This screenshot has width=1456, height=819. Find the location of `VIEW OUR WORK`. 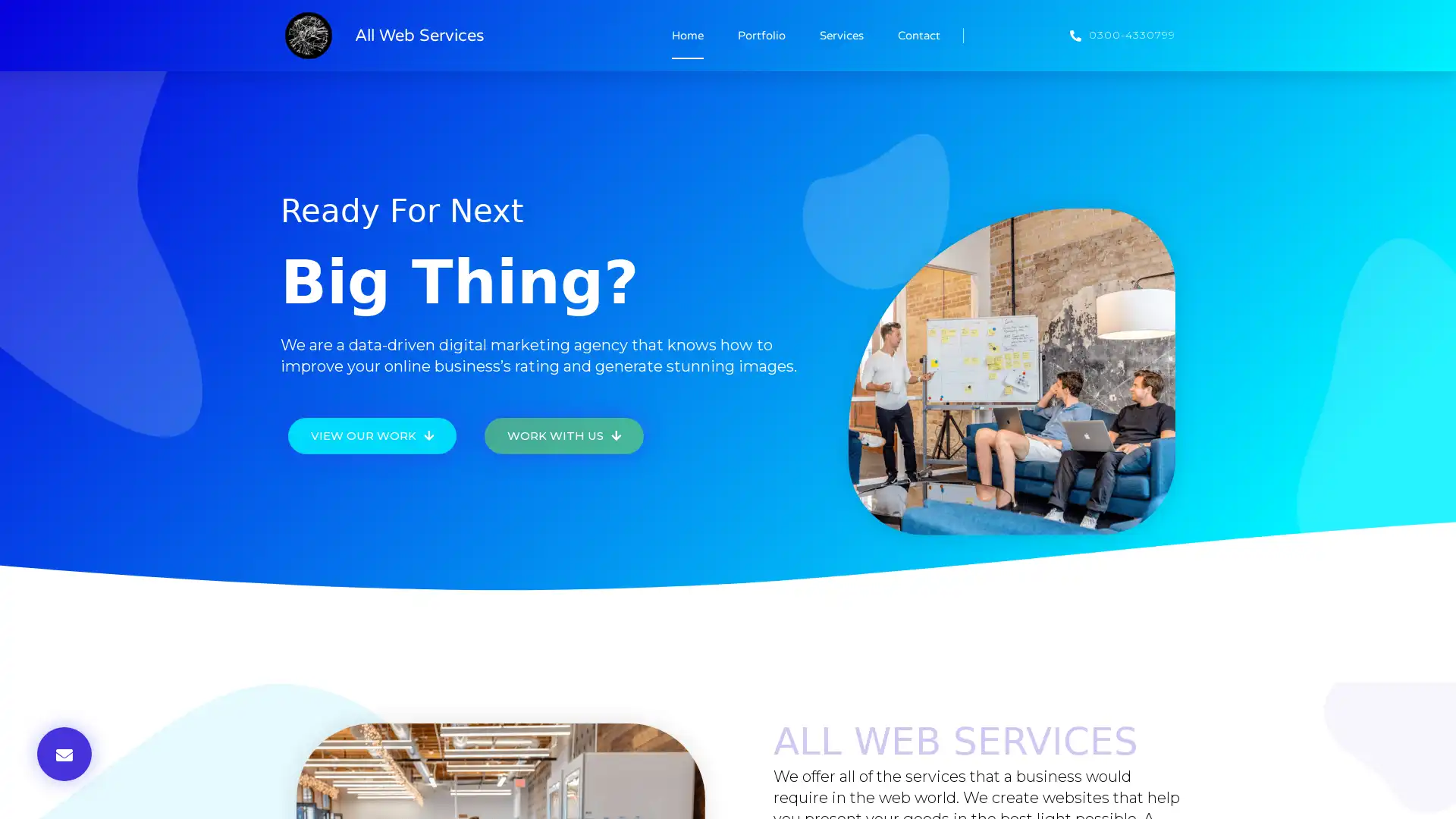

VIEW OUR WORK is located at coordinates (372, 435).